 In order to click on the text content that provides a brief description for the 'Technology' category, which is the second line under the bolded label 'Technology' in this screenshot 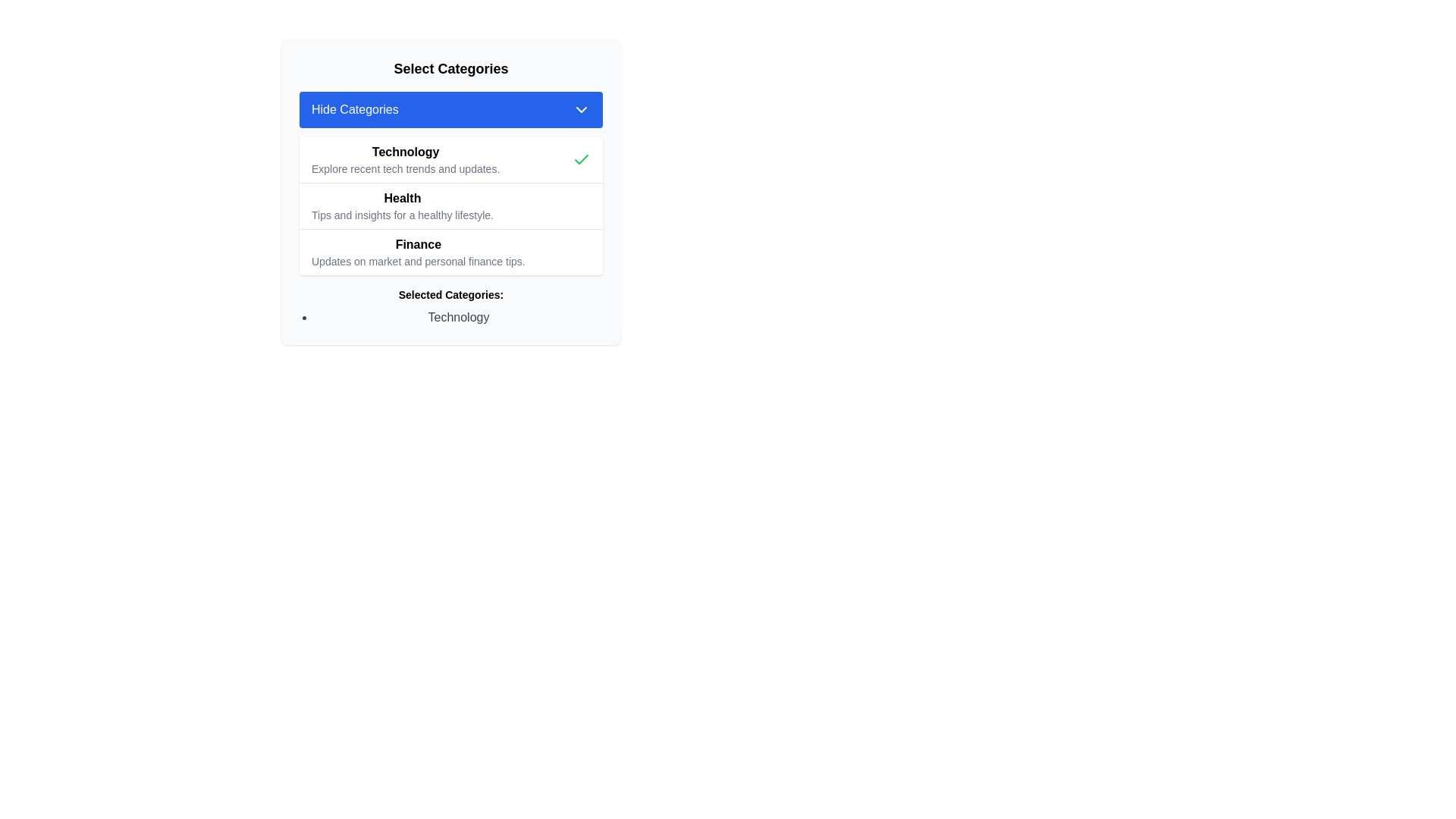, I will do `click(406, 169)`.